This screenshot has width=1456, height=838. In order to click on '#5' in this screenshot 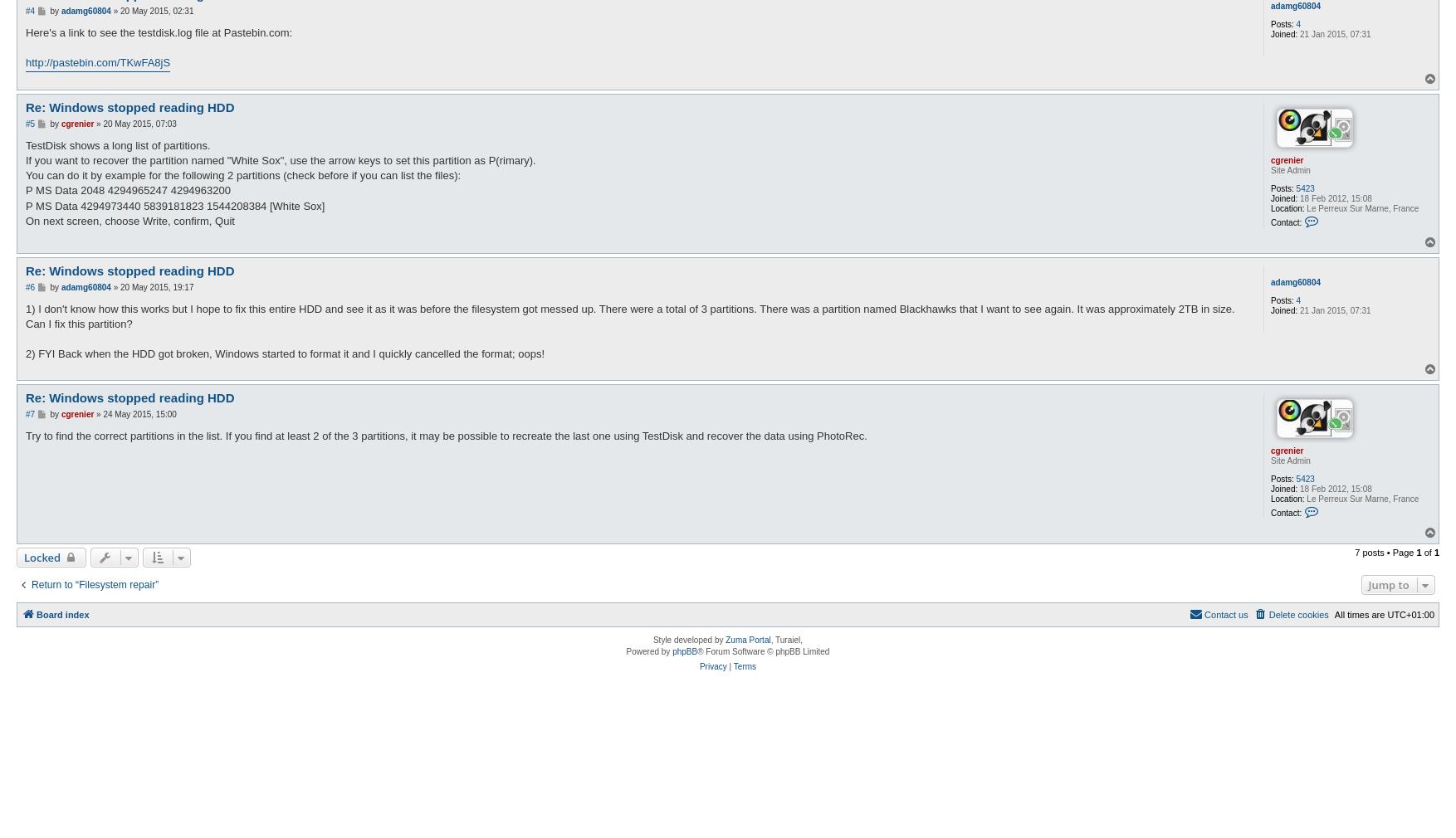, I will do `click(30, 122)`.